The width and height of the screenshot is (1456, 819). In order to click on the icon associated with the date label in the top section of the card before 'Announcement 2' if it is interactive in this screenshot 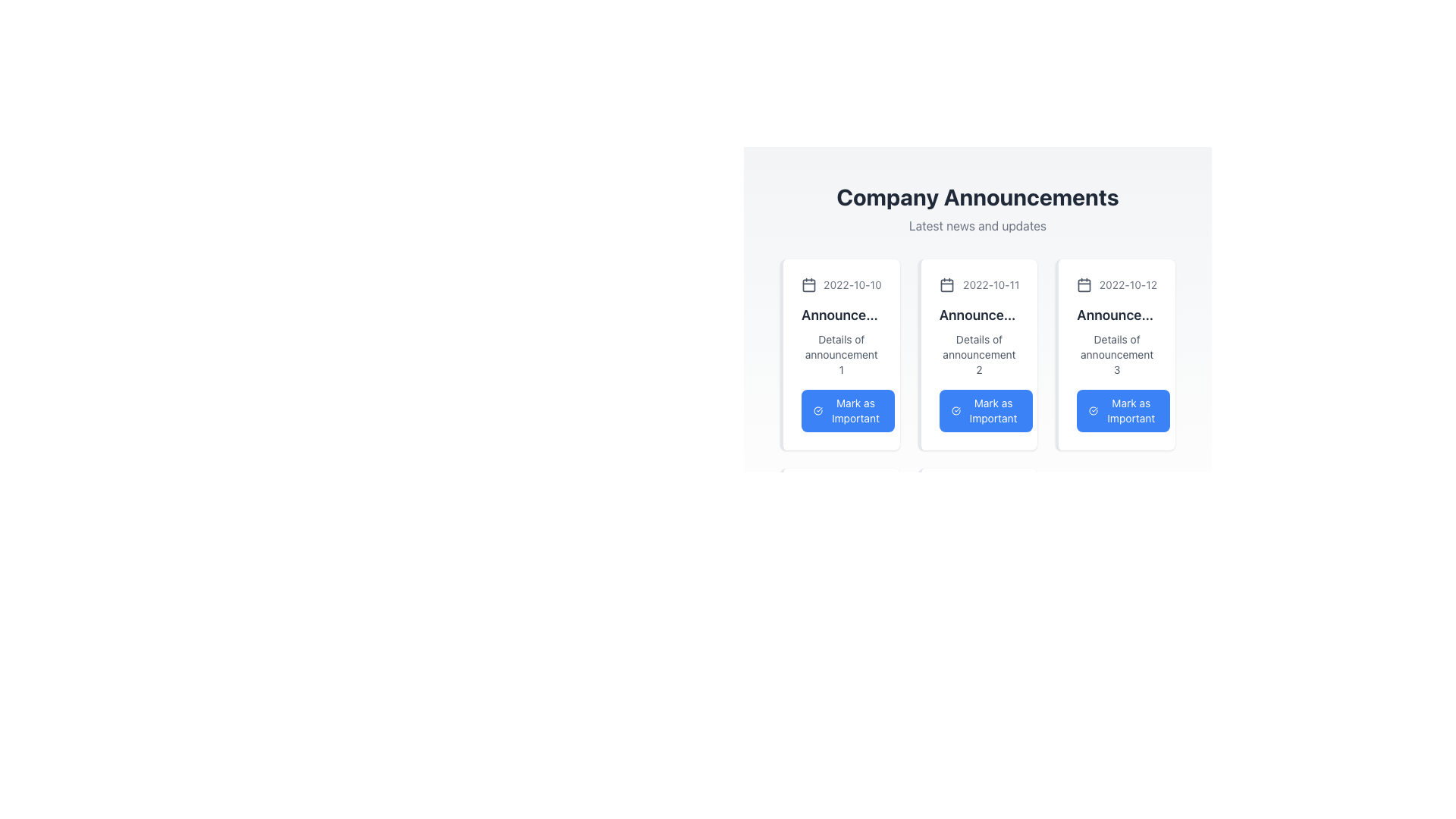, I will do `click(979, 284)`.